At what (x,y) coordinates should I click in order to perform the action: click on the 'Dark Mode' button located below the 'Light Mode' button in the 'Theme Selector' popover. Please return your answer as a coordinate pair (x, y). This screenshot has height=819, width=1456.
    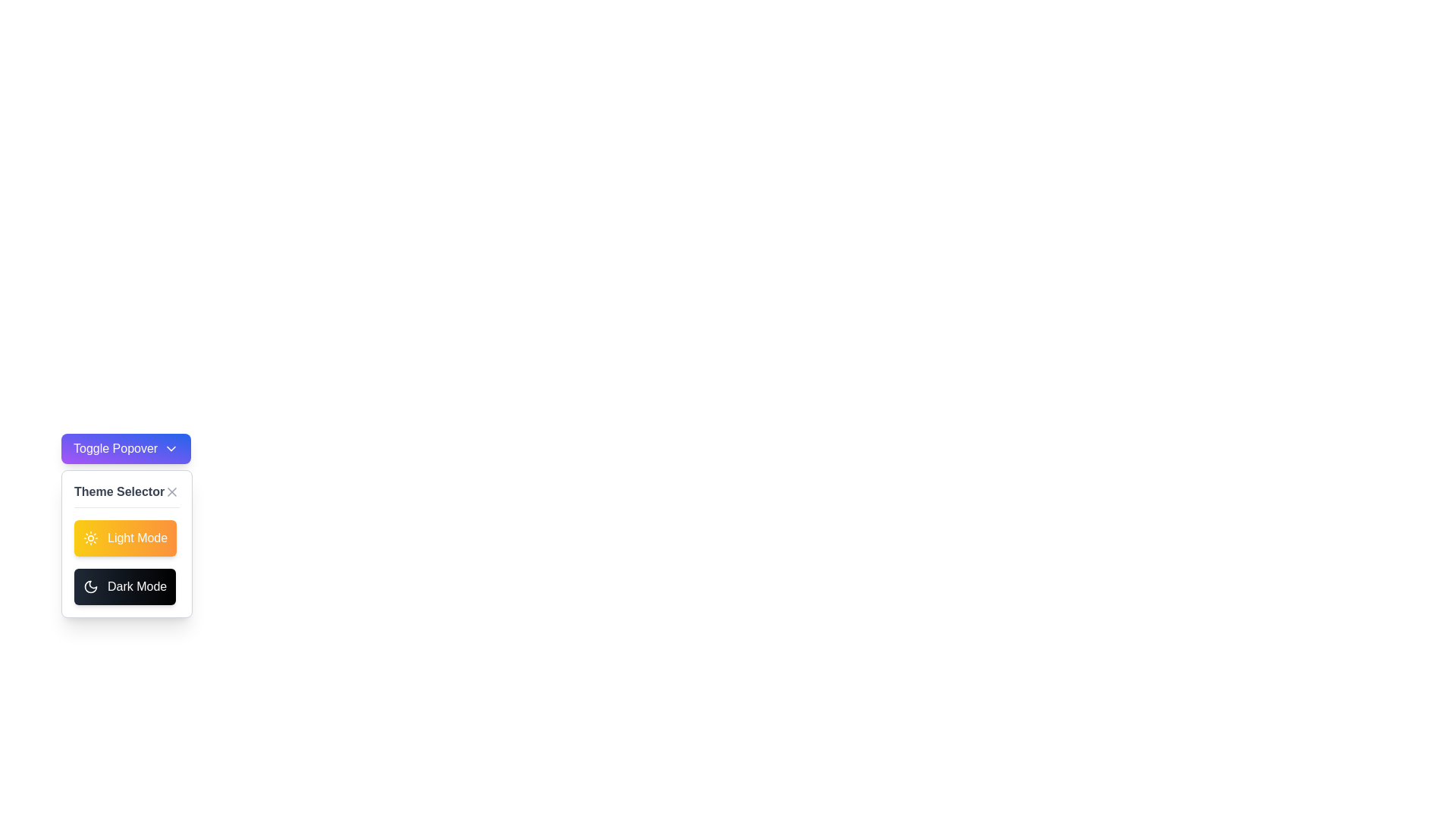
    Looking at the image, I should click on (125, 586).